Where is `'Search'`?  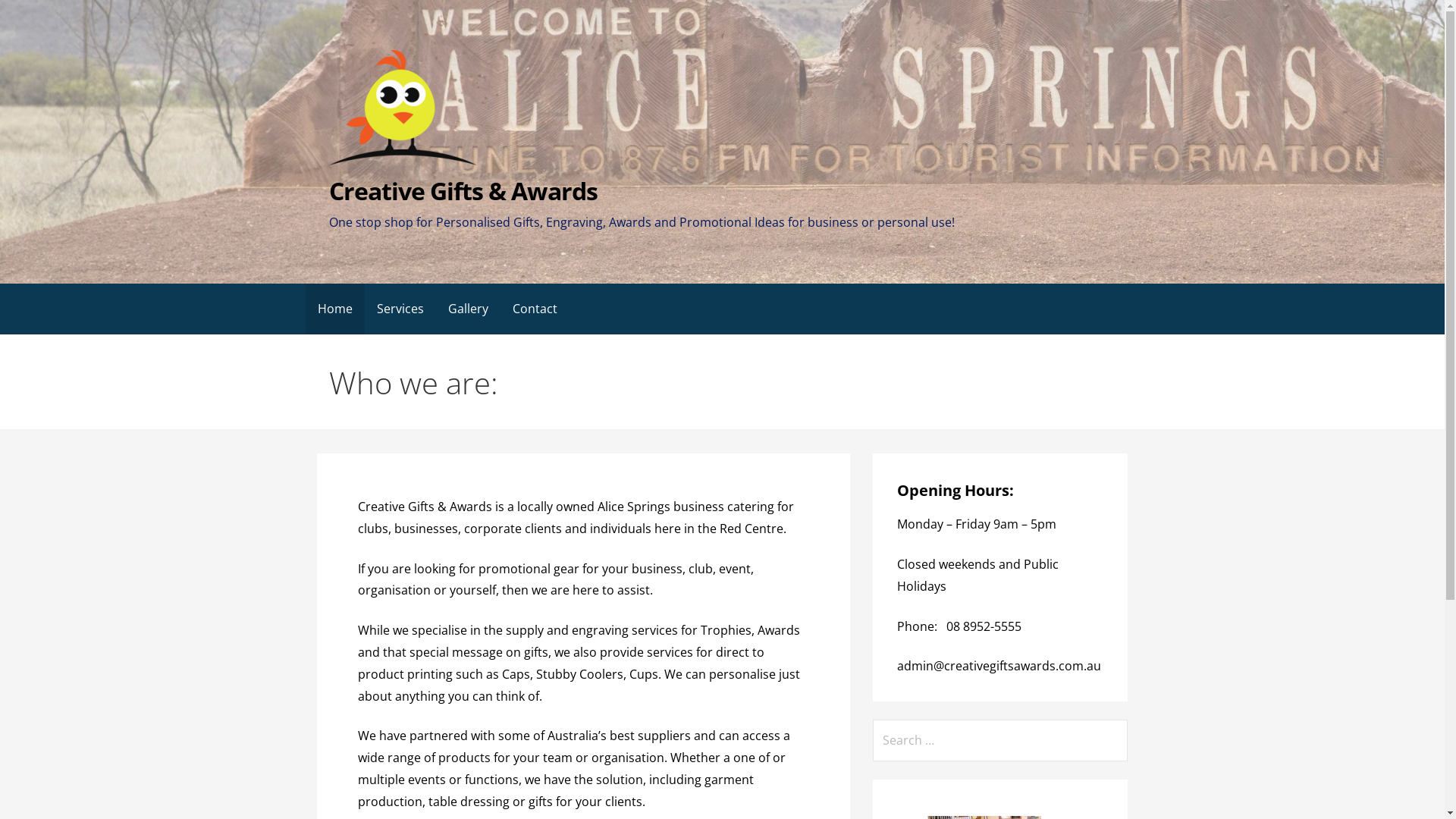
'Search' is located at coordinates (32, 14).